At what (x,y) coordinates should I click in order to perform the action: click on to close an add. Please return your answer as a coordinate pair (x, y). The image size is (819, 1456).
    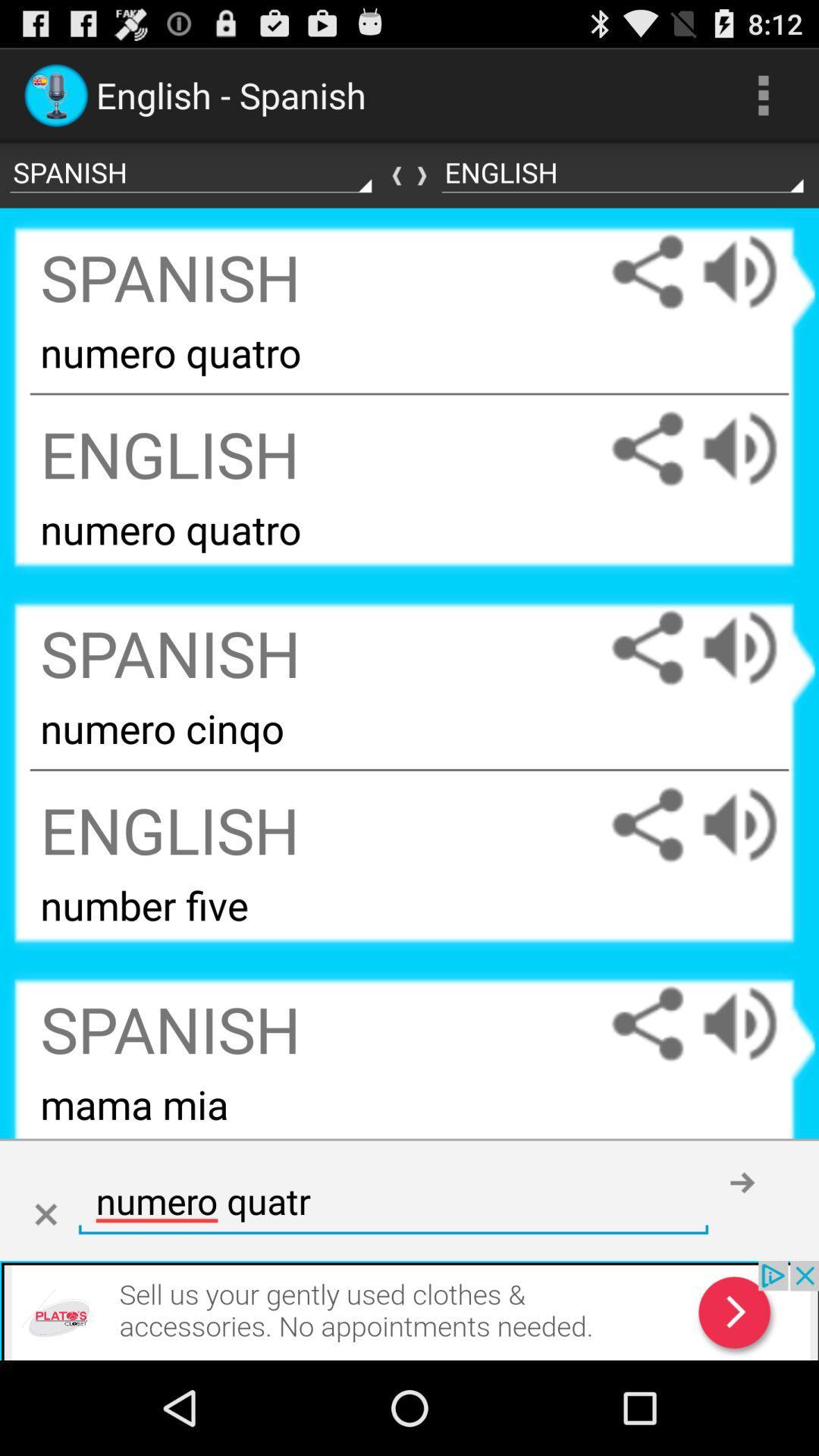
    Looking at the image, I should click on (45, 1215).